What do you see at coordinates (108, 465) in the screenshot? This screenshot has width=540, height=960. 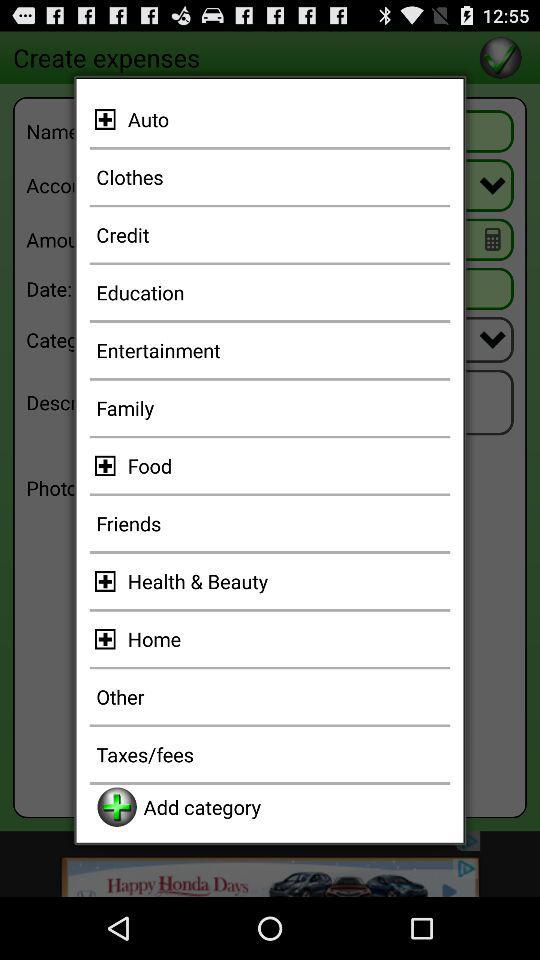 I see `expplore food catregory option` at bounding box center [108, 465].